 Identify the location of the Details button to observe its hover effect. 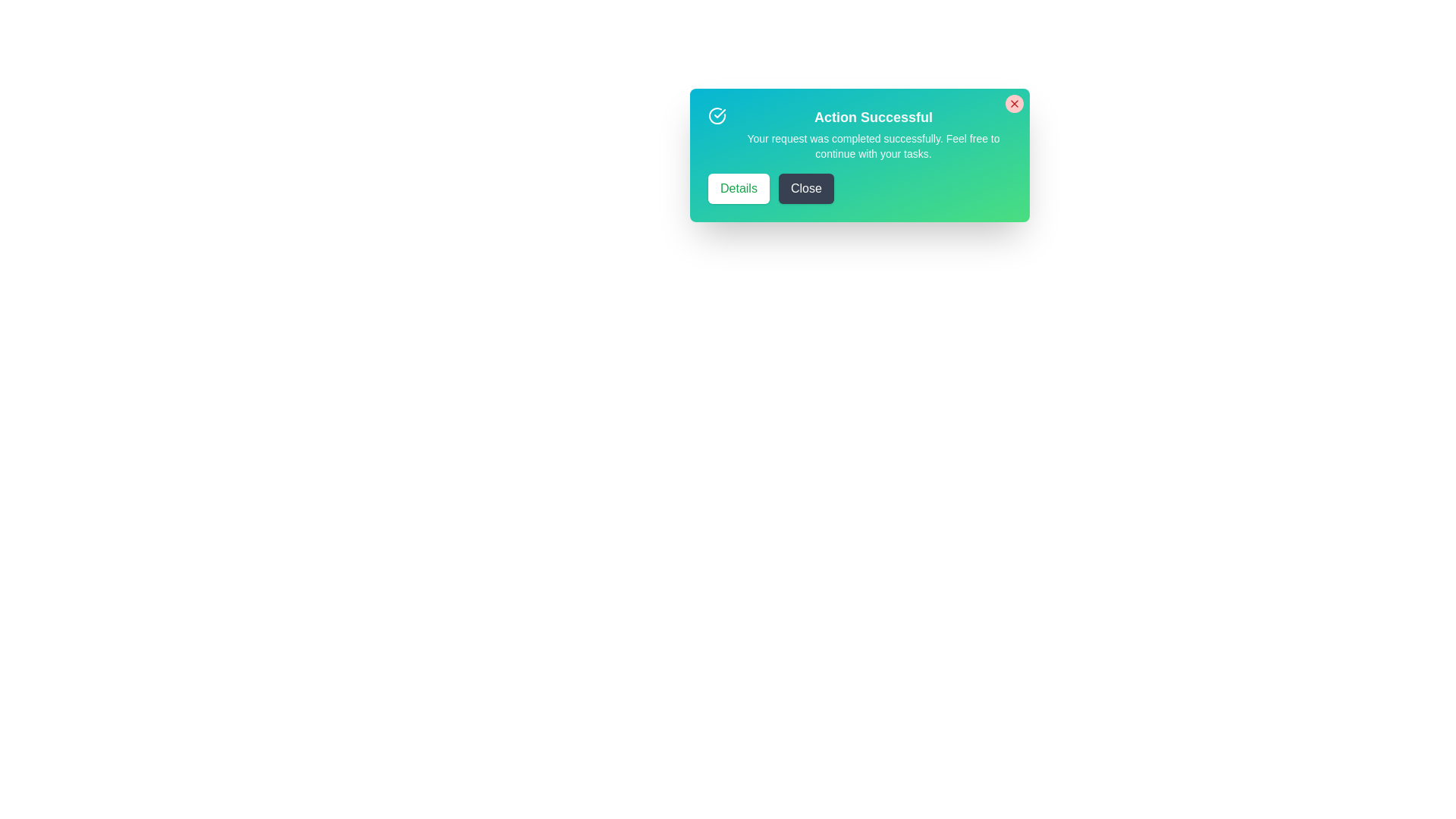
(739, 188).